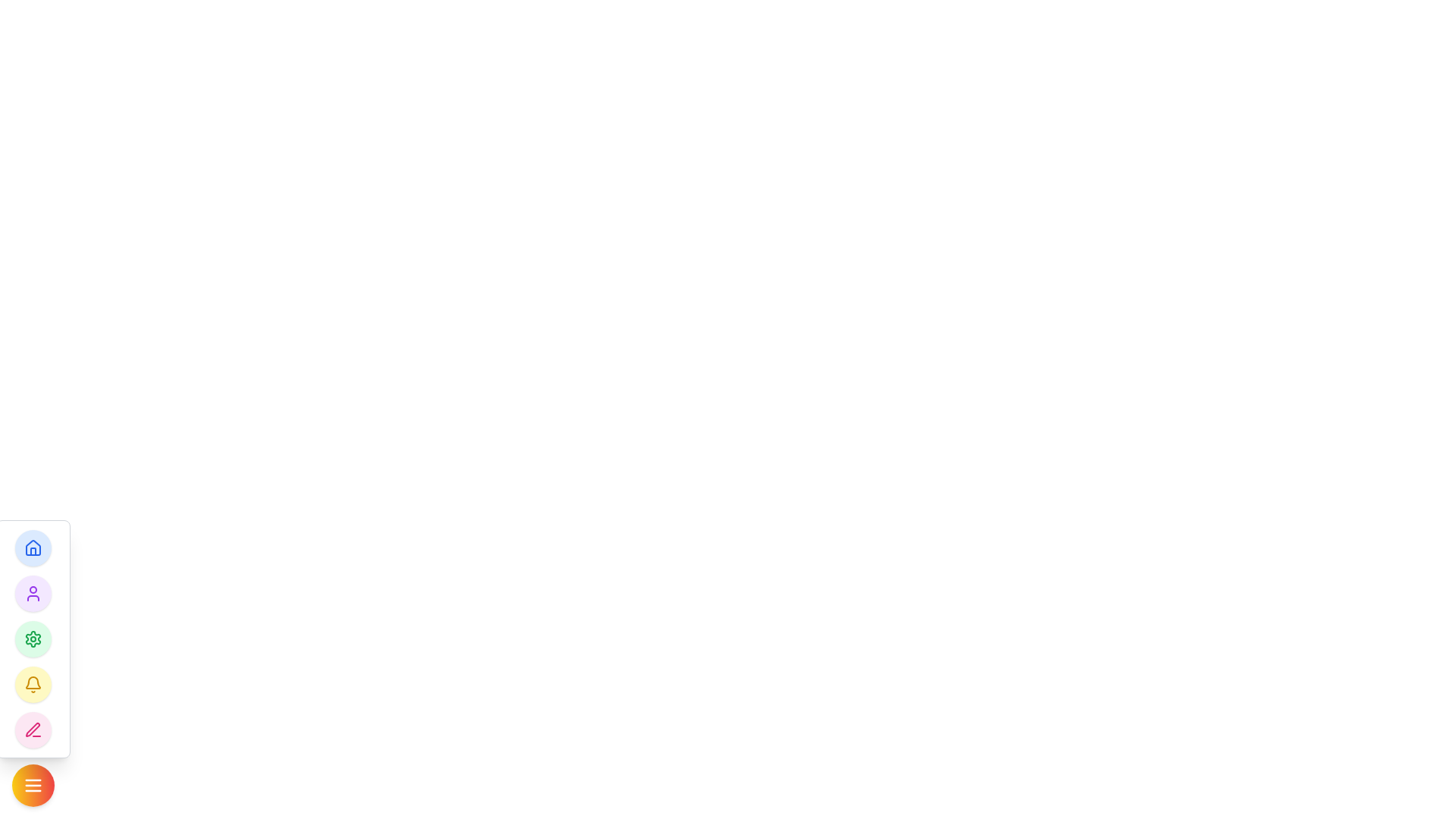 The width and height of the screenshot is (1456, 819). I want to click on the second circular button in the sidebar menu, located below the blue house icon, so click(33, 593).